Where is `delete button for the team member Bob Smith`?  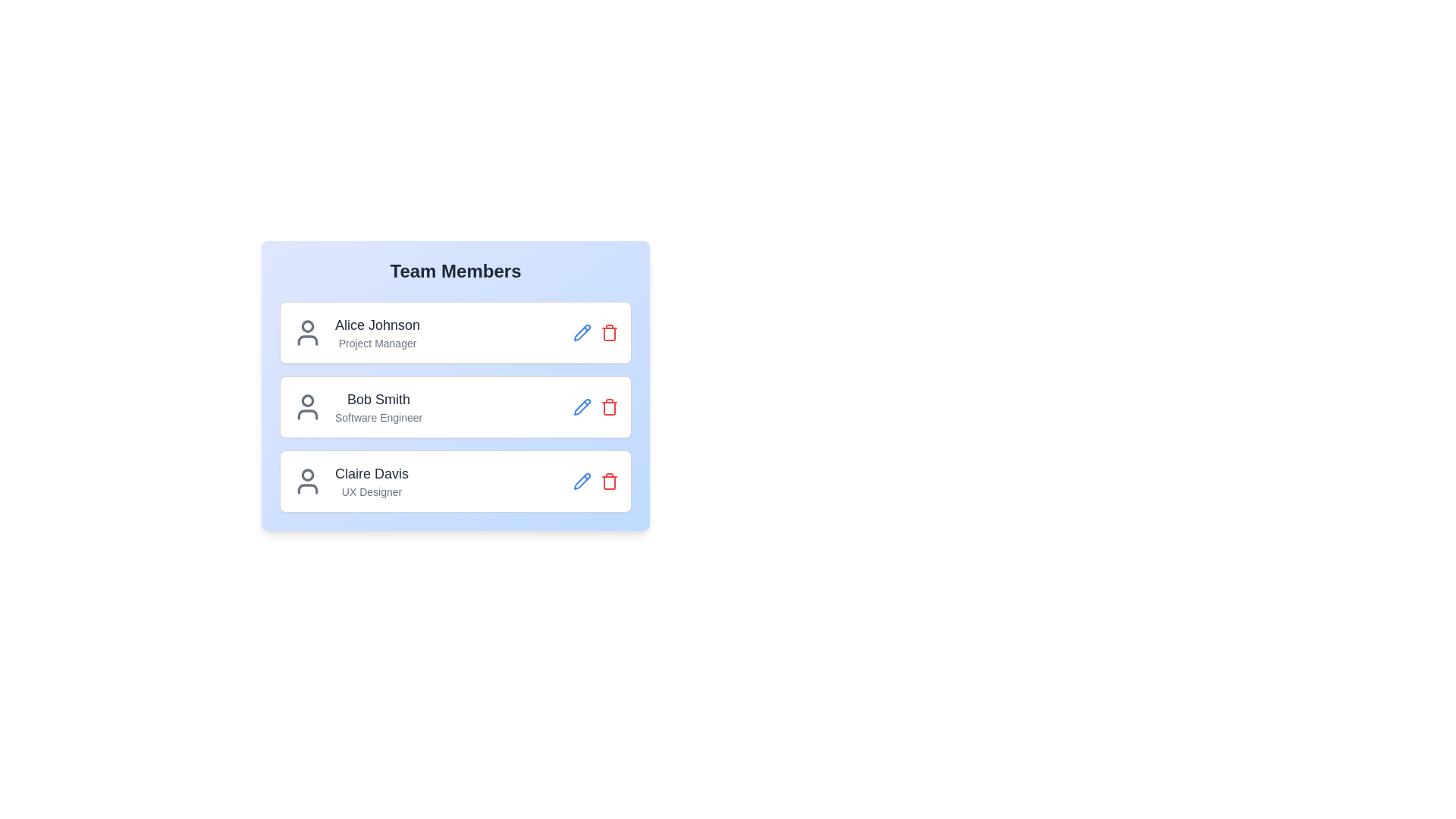
delete button for the team member Bob Smith is located at coordinates (610, 406).